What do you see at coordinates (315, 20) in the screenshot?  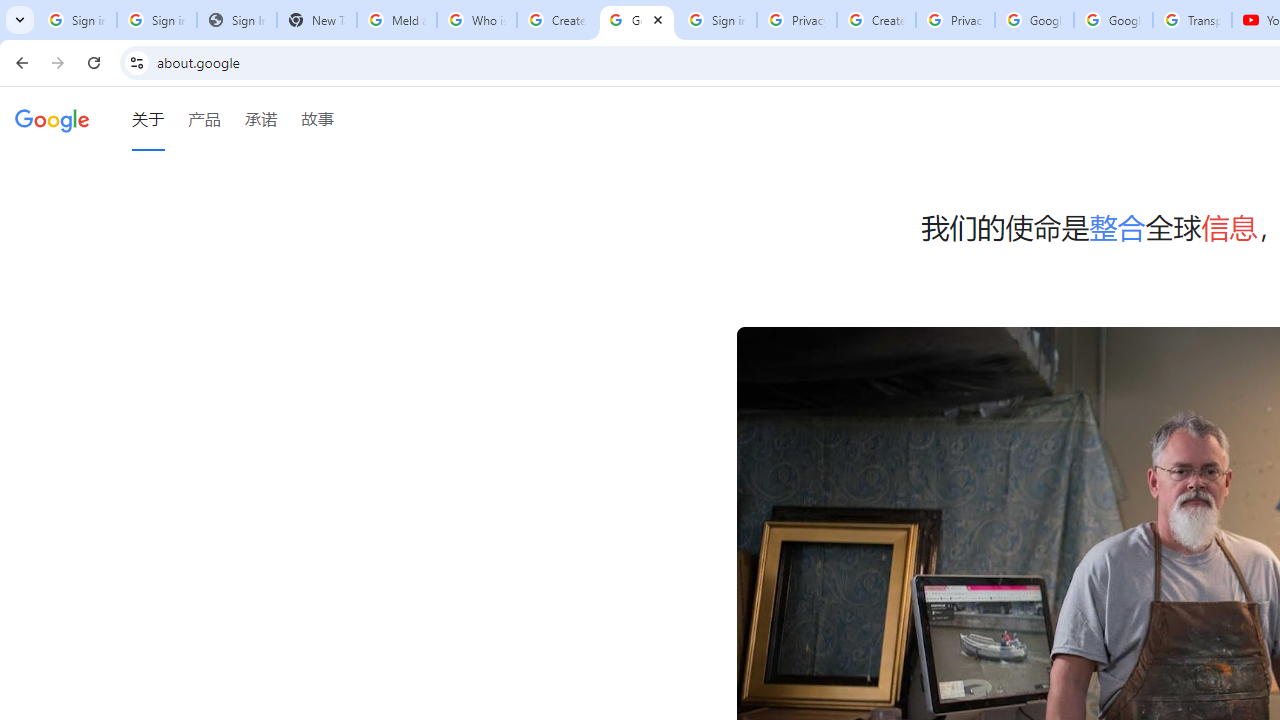 I see `'New Tab'` at bounding box center [315, 20].